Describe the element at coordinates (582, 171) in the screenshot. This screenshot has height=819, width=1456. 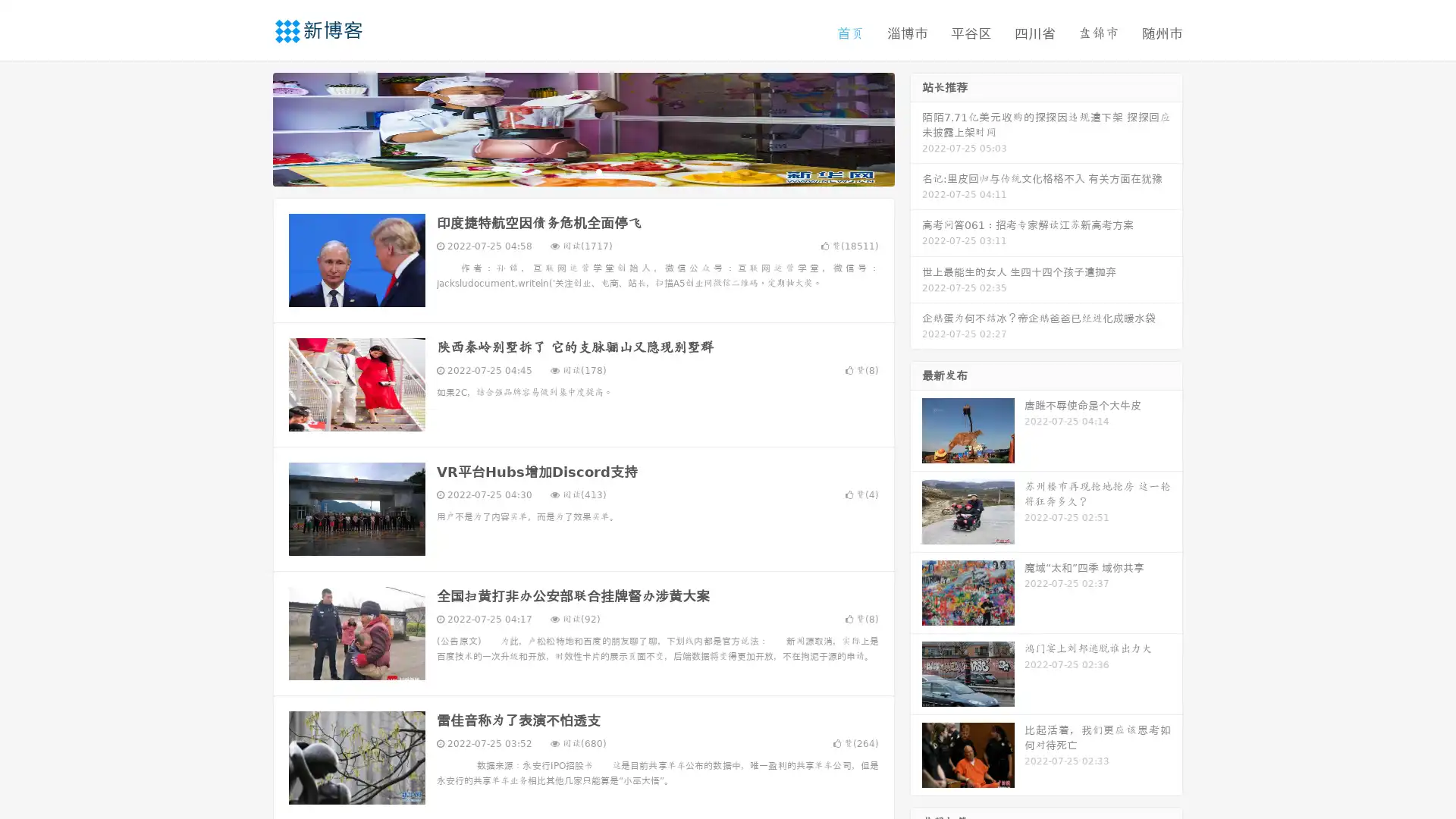
I see `Go to slide 2` at that location.